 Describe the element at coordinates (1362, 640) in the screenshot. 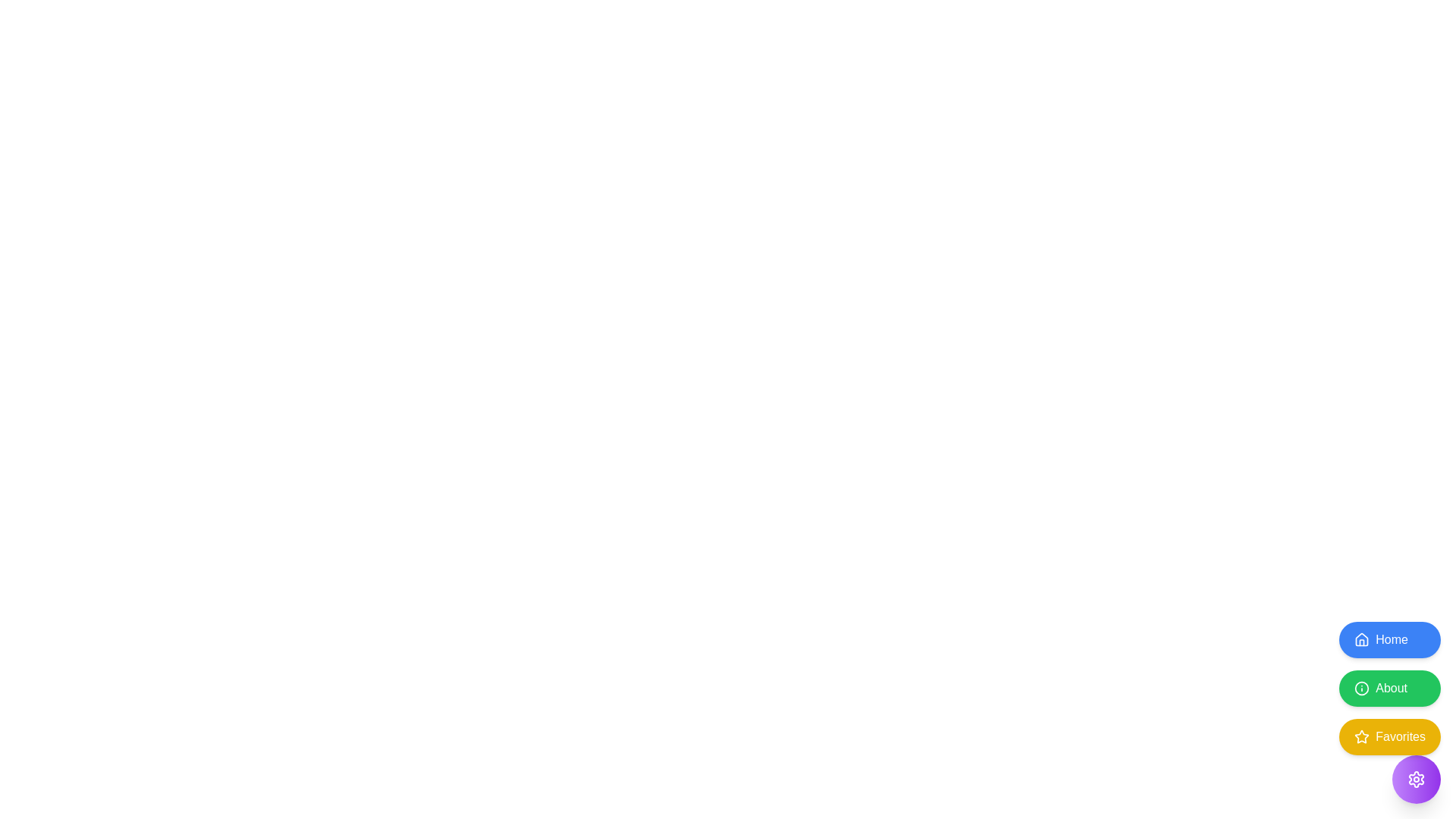

I see `the house icon, which is a minimalistic outlined symbol located to the left of the 'Home' button, positioned at the top of a vertical stack of buttons` at that location.